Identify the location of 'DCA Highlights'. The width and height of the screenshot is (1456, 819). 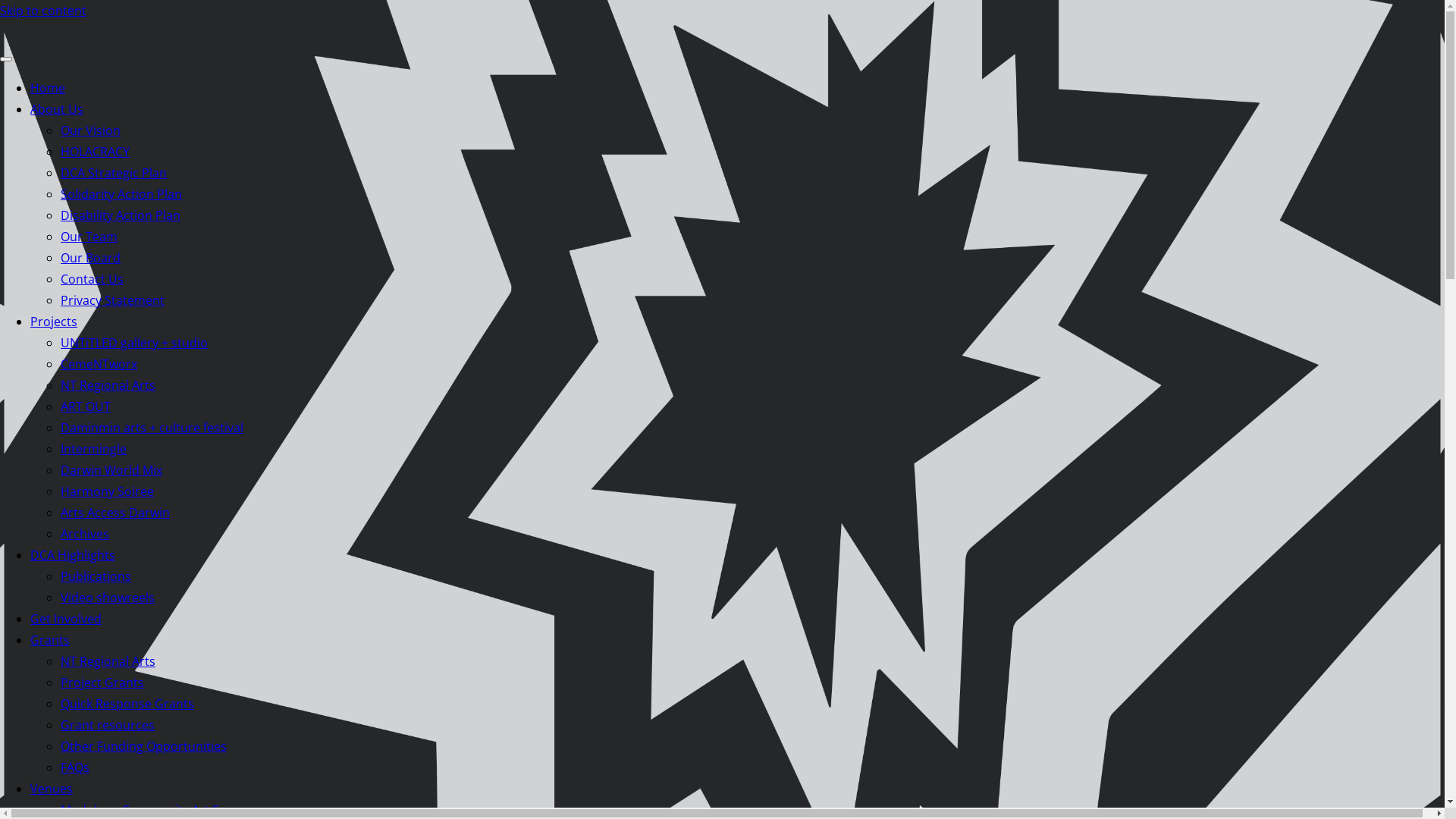
(72, 555).